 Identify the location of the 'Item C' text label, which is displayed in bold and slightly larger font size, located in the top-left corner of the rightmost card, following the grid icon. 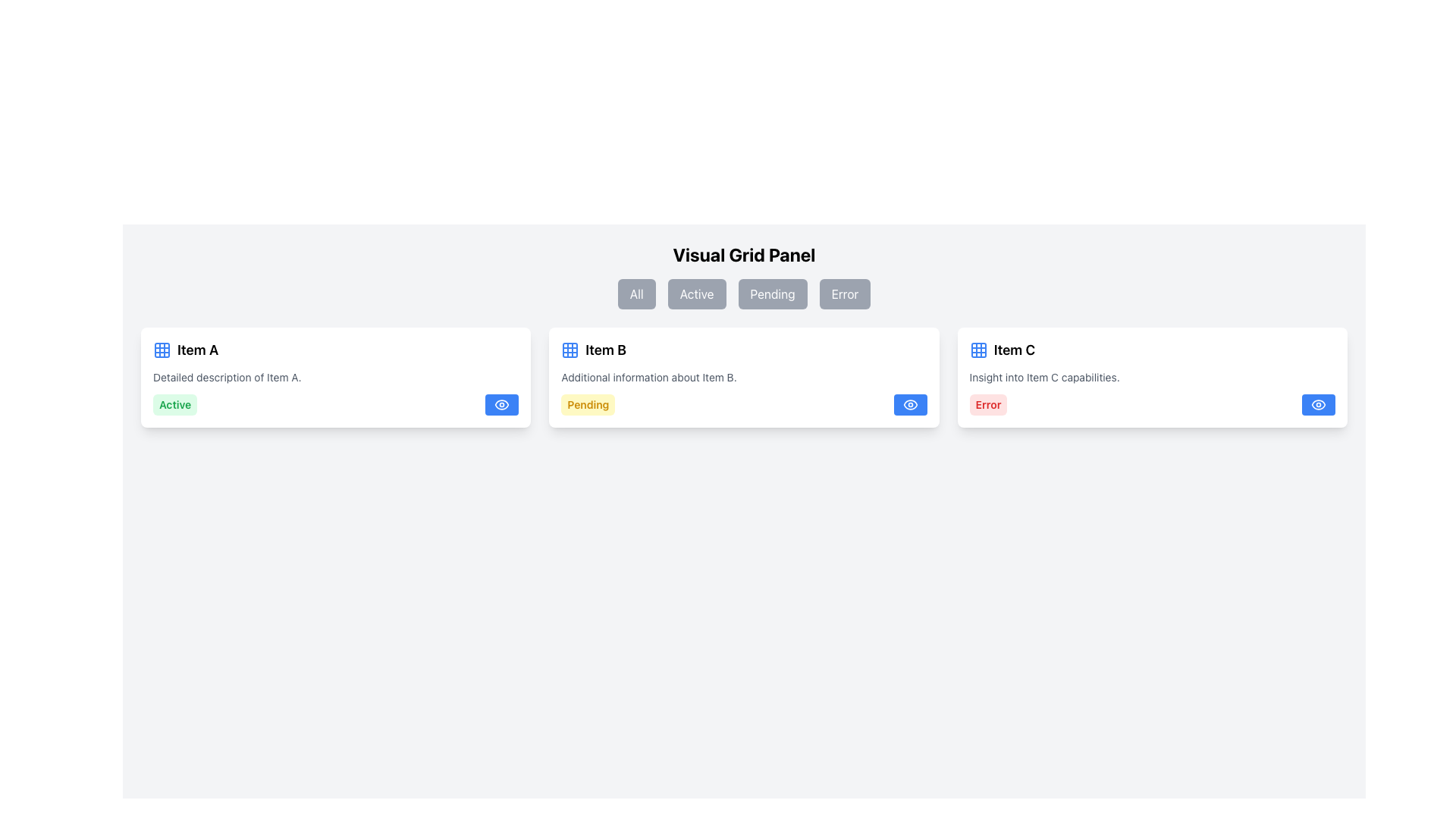
(1002, 350).